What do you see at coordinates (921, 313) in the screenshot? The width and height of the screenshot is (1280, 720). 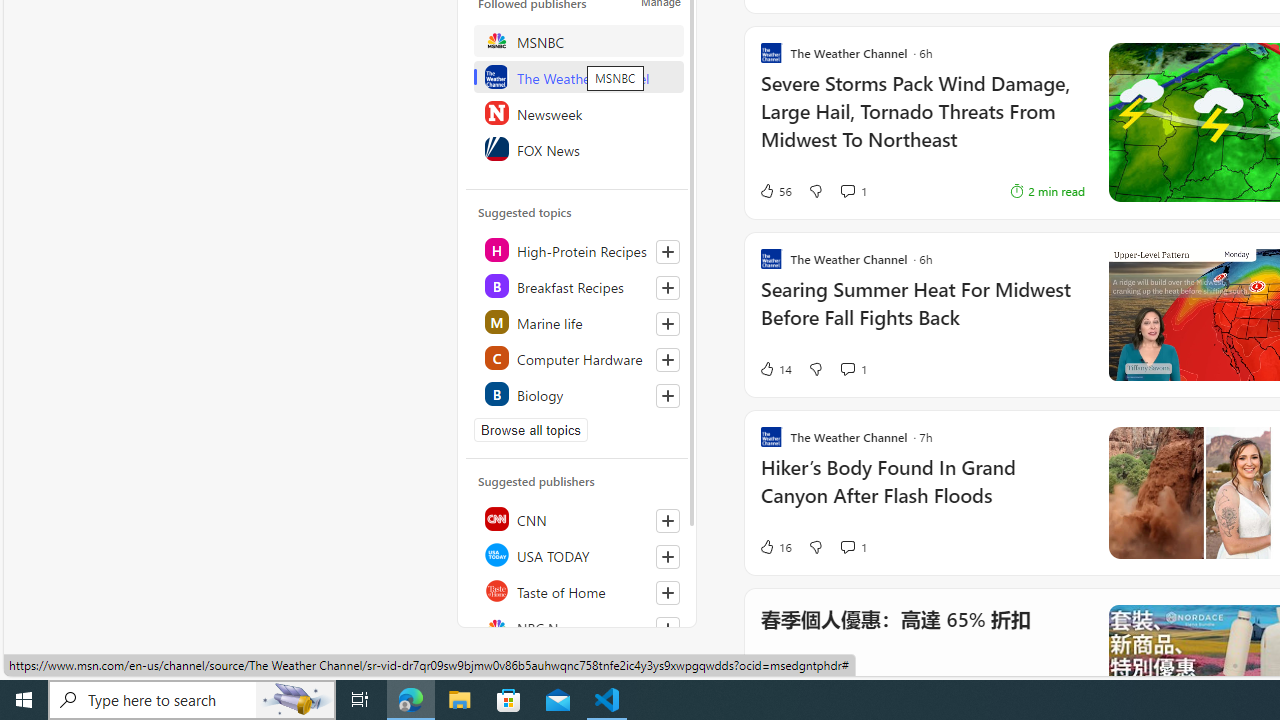 I see `'Searing Summer Heat For Midwest Before Fall Fights Back'` at bounding box center [921, 313].